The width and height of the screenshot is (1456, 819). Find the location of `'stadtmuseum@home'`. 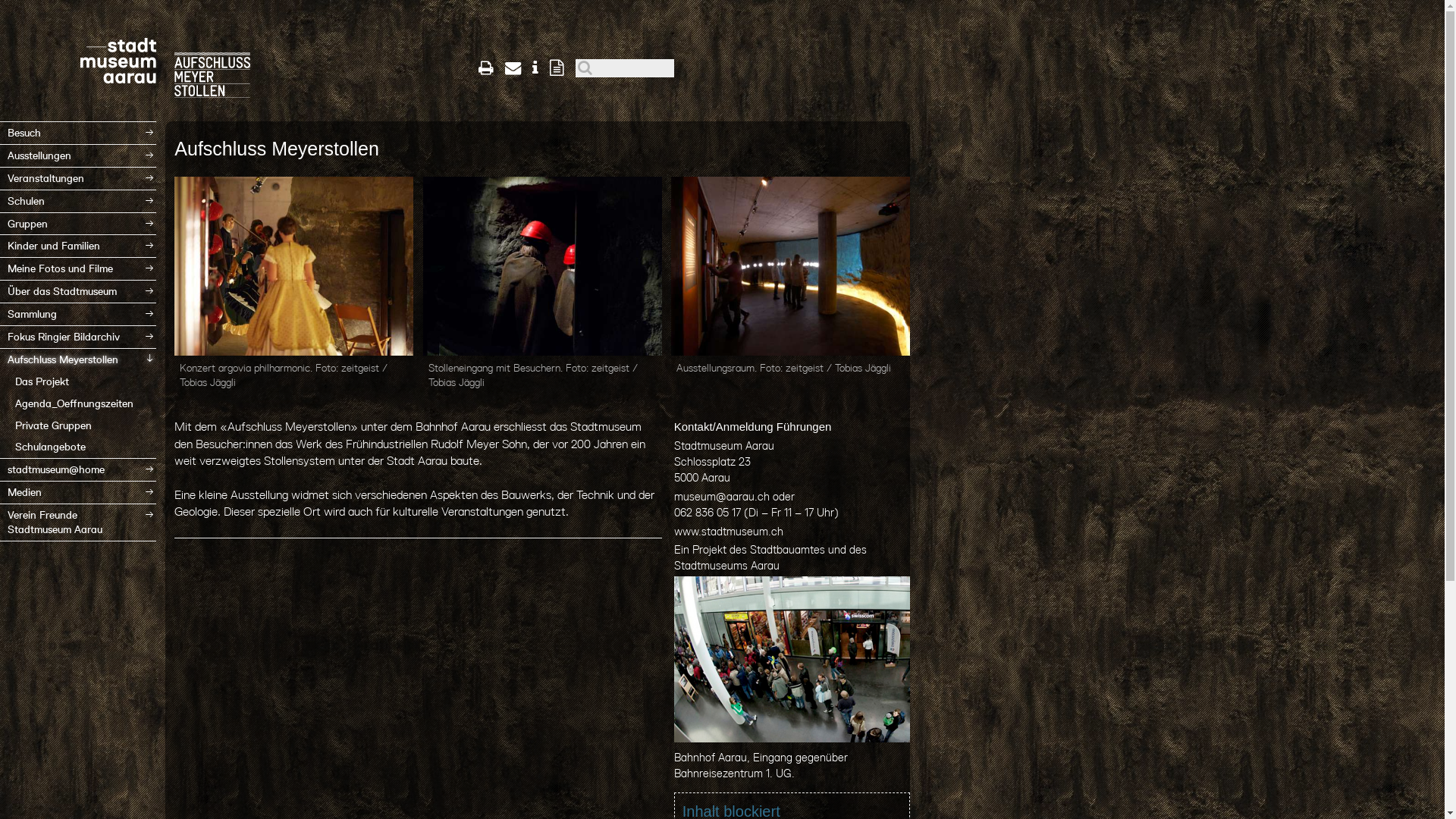

'stadtmuseum@home' is located at coordinates (77, 469).